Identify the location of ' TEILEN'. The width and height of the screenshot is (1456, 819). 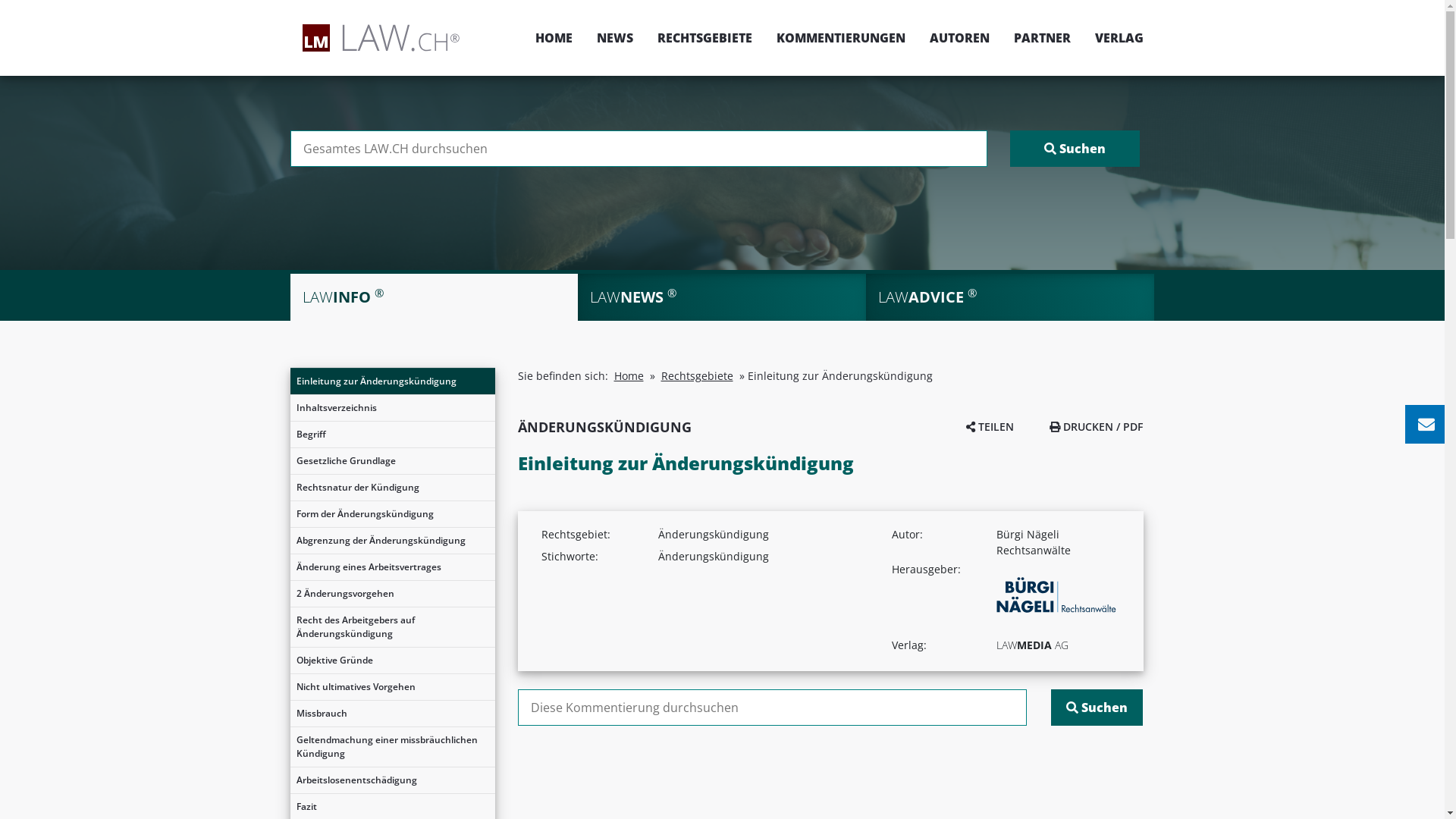
(990, 426).